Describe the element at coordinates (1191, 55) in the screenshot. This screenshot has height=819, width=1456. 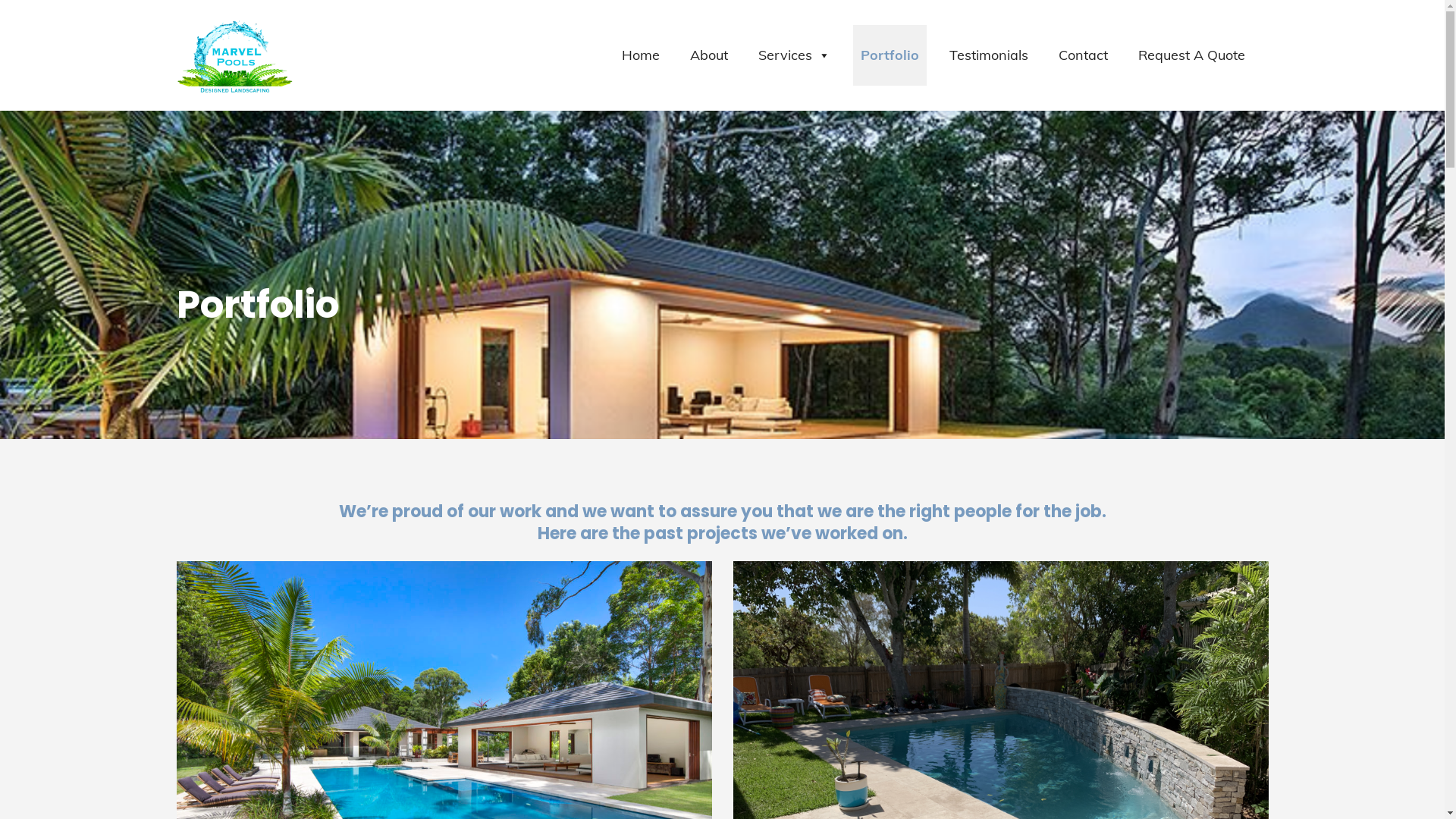
I see `'Request A Quote'` at that location.